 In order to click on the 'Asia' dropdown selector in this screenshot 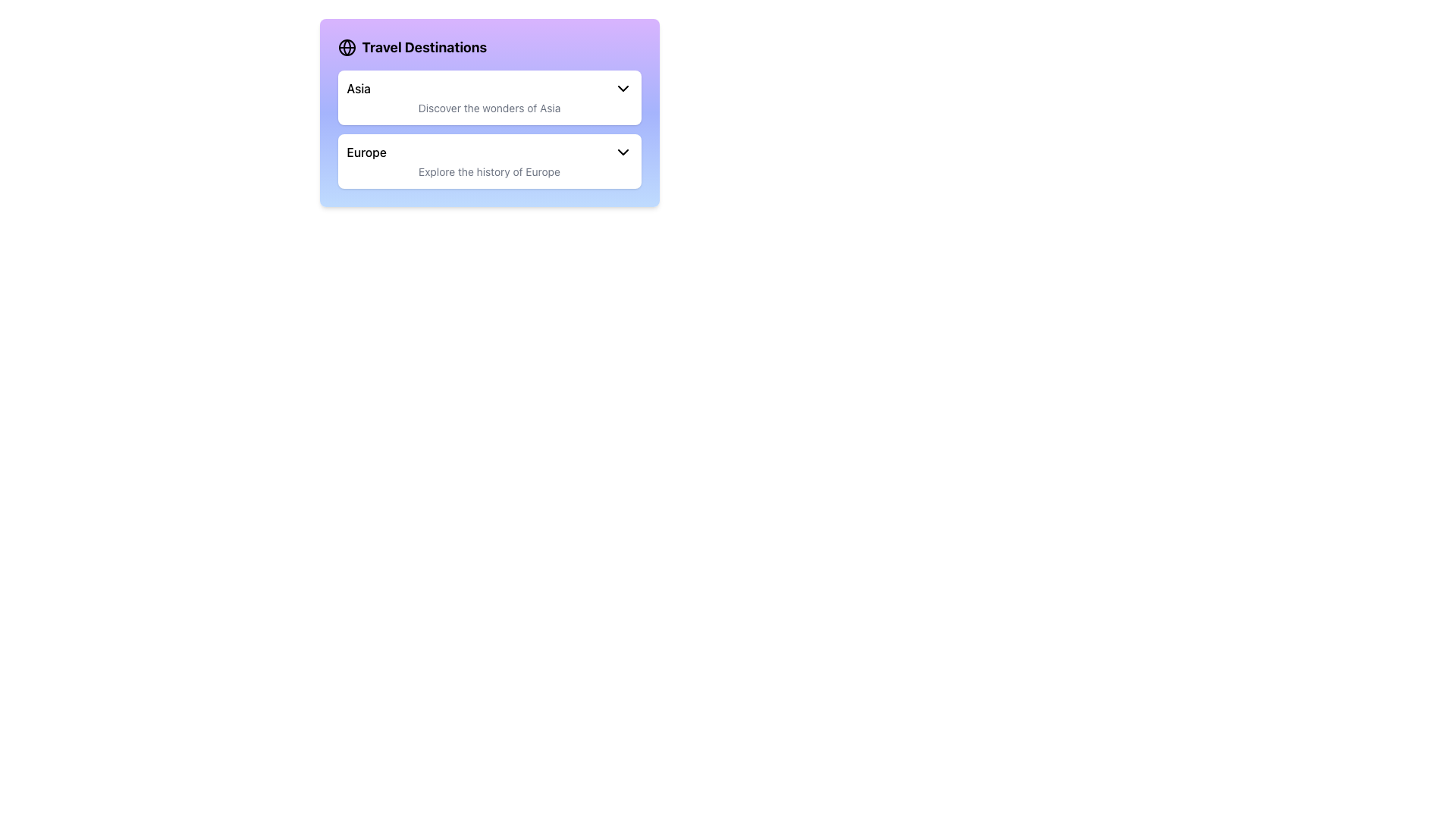, I will do `click(489, 88)`.